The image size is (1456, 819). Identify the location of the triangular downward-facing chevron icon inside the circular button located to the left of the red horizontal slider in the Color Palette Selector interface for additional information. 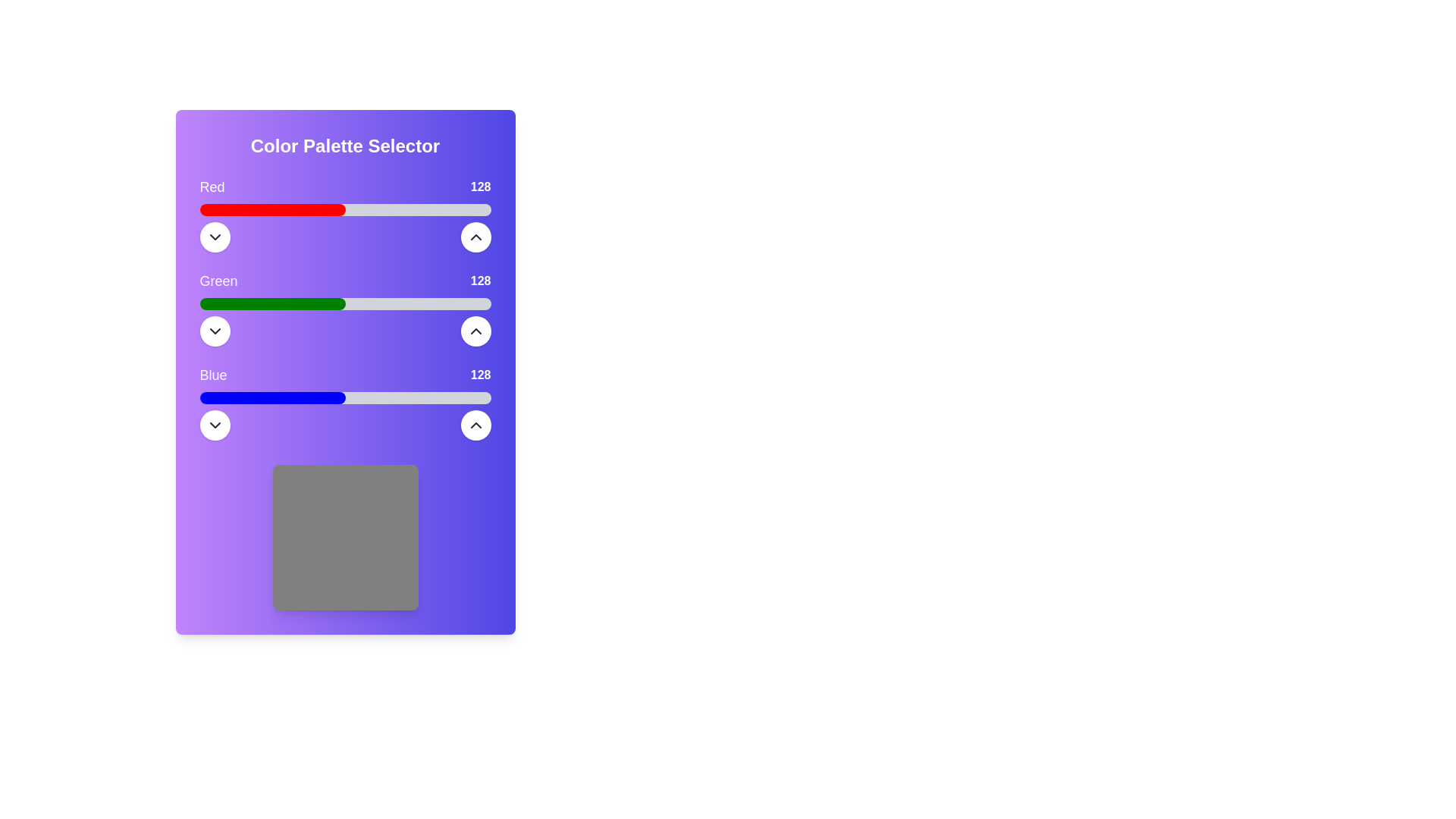
(214, 237).